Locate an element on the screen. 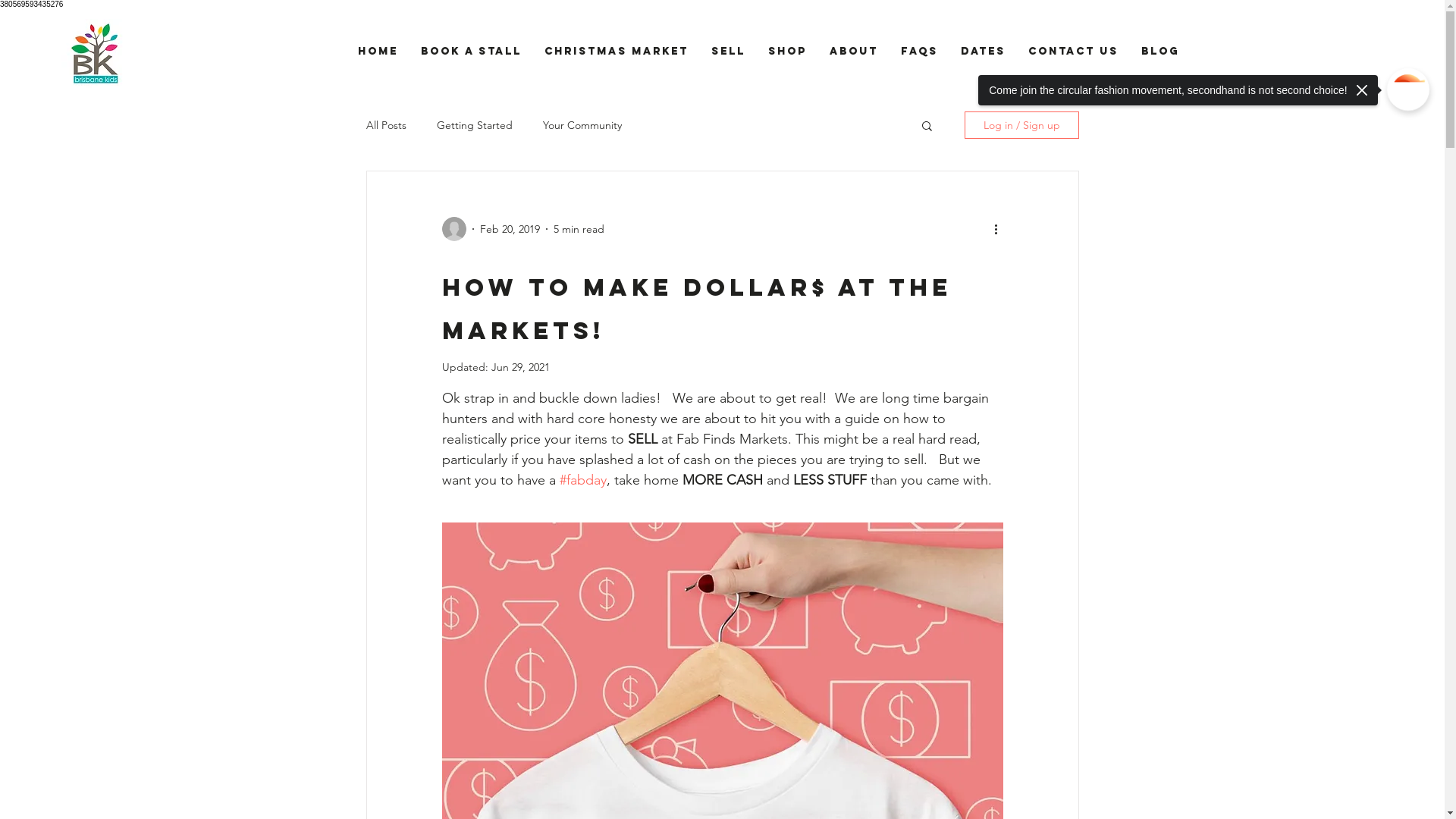 The image size is (1456, 819). 'Log in / Sign up' is located at coordinates (964, 124).